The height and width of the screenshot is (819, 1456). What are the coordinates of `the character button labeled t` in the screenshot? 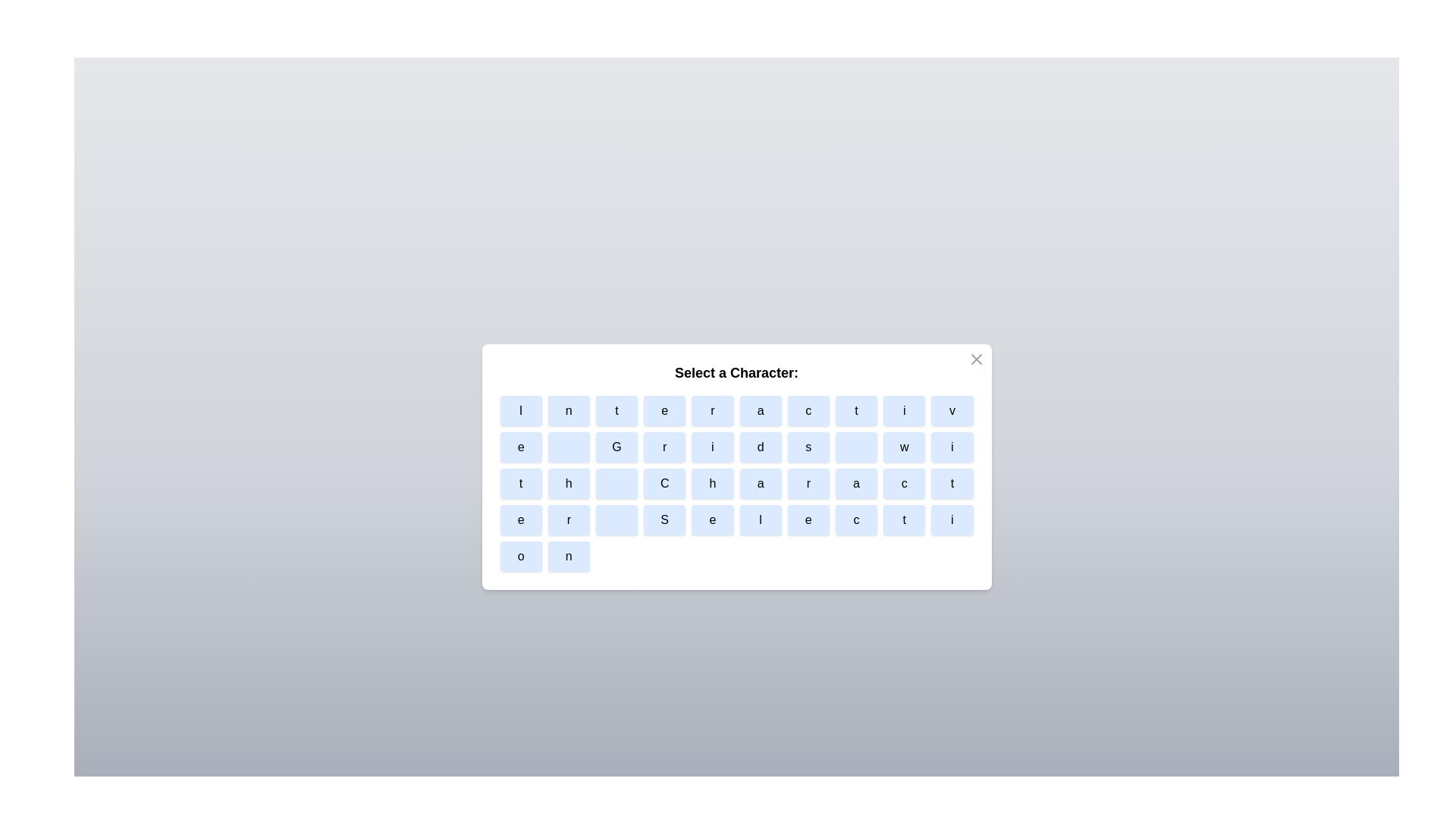 It's located at (617, 411).